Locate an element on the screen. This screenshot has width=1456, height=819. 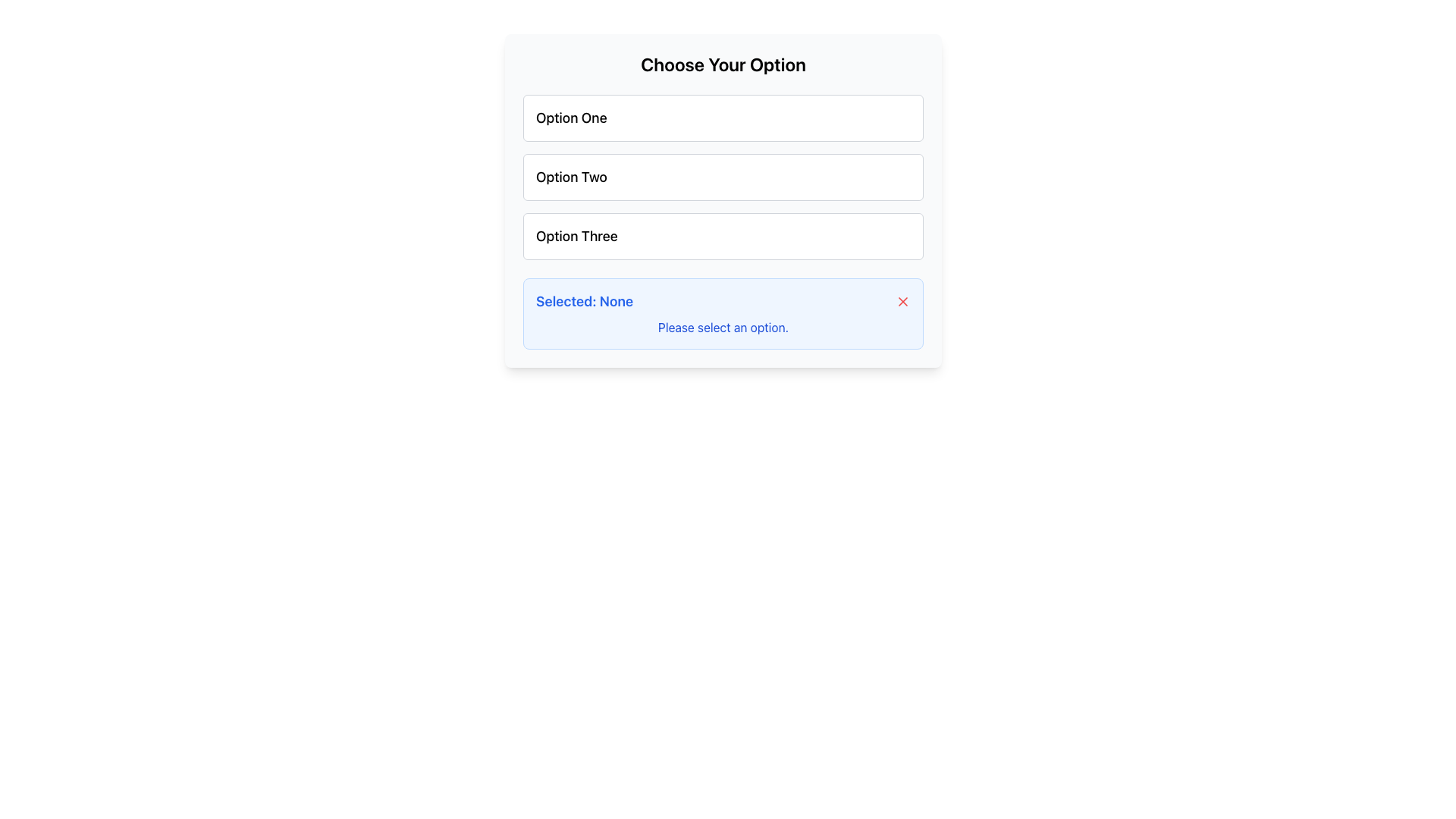
the text label displaying 'Option Three', which is in bold and large font, located in the third row of a vertical list of options is located at coordinates (576, 237).